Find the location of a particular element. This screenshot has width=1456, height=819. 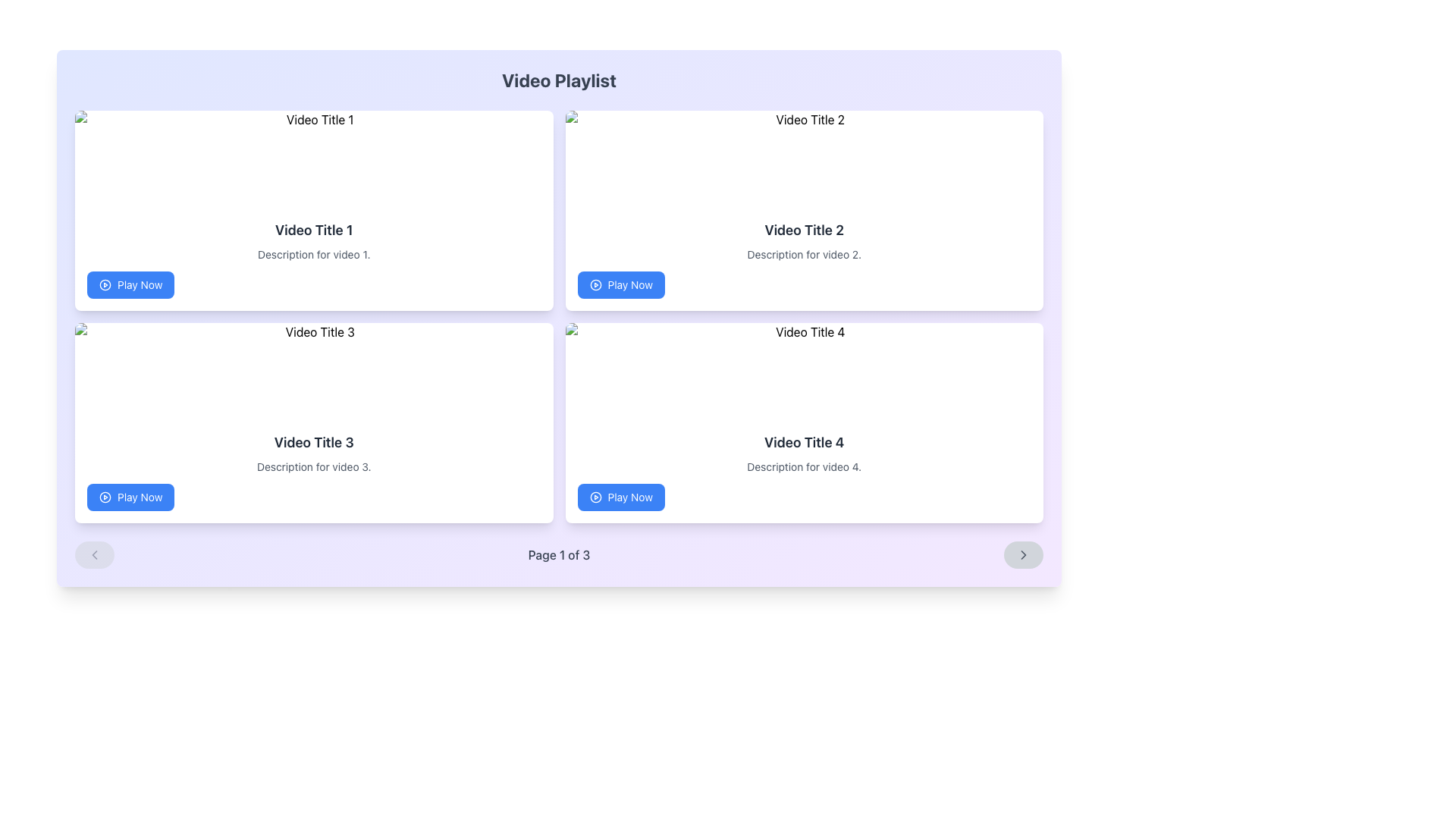

the title 'Video Title 1' is located at coordinates (313, 231).